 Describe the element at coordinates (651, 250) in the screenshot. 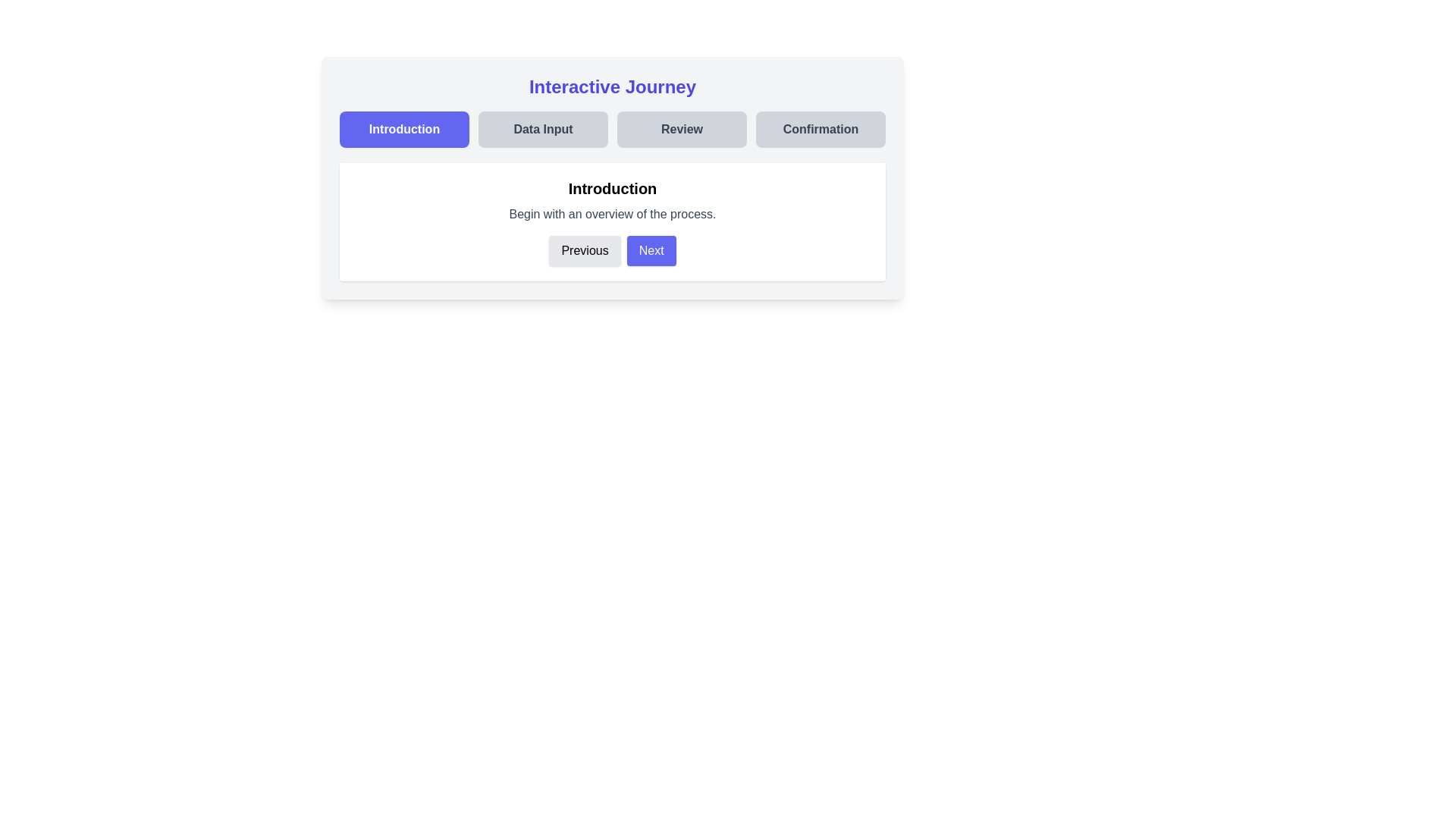

I see `the Next button to navigate between steps` at that location.